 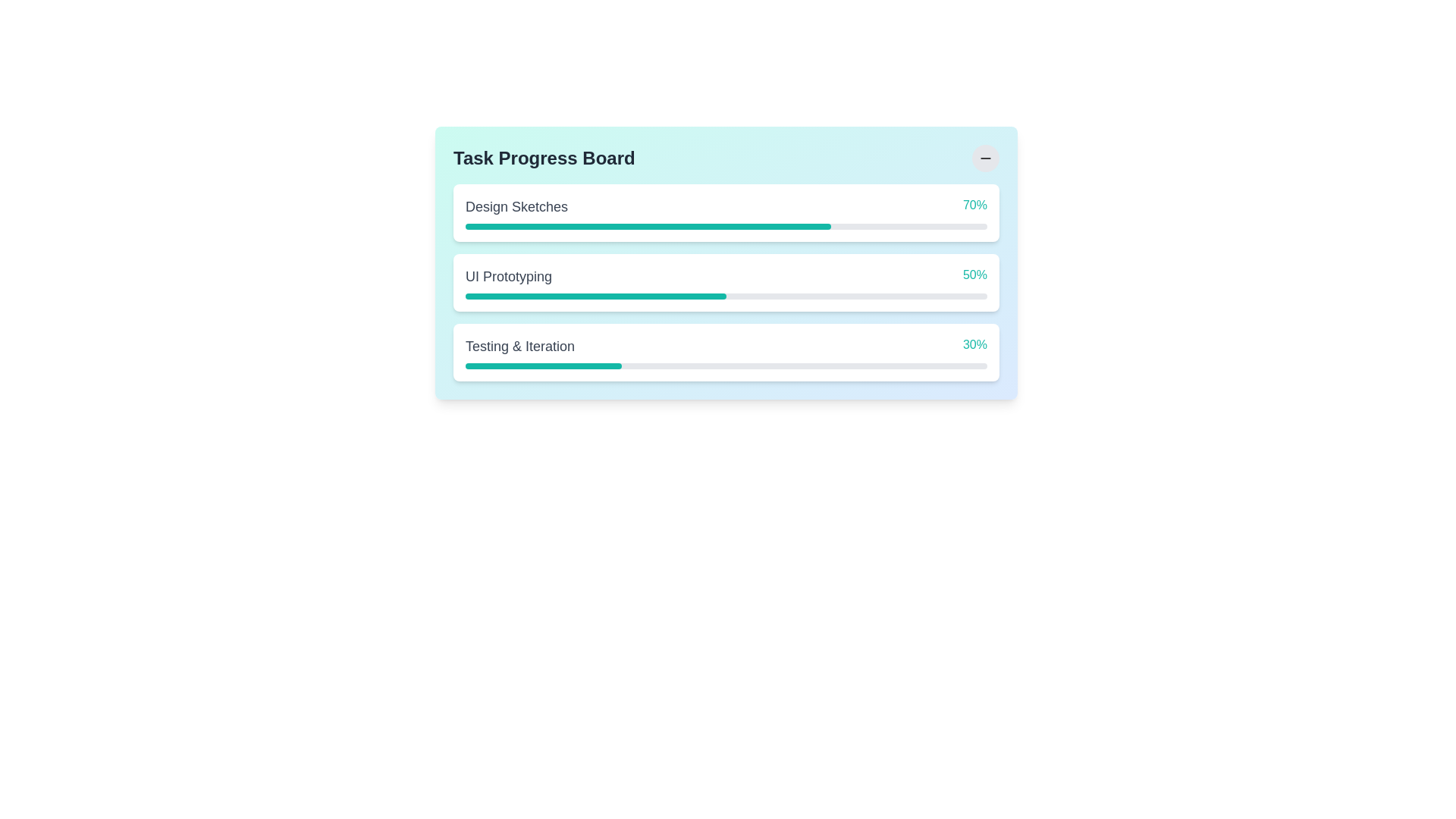 What do you see at coordinates (544, 366) in the screenshot?
I see `third progress bar segment, which is teal in color and located under the 'Testing & Iteration' label in the progress board` at bounding box center [544, 366].